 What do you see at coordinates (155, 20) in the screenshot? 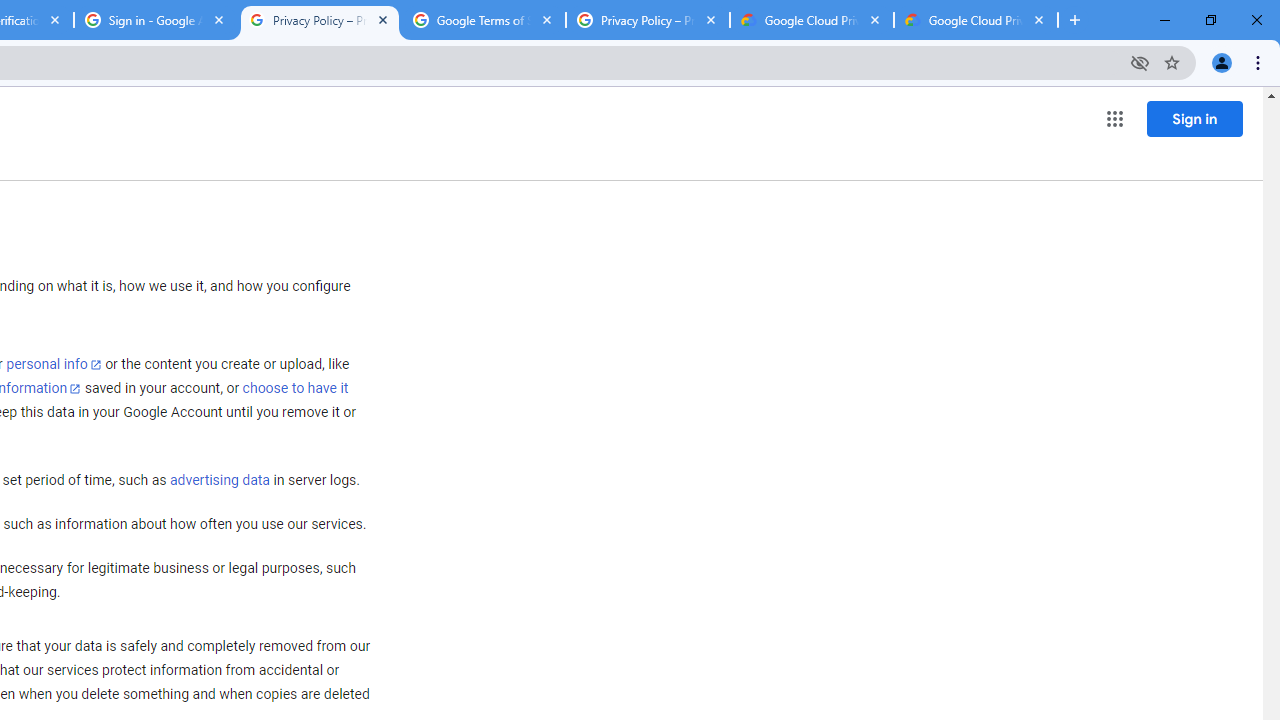
I see `'Sign in - Google Accounts'` at bounding box center [155, 20].